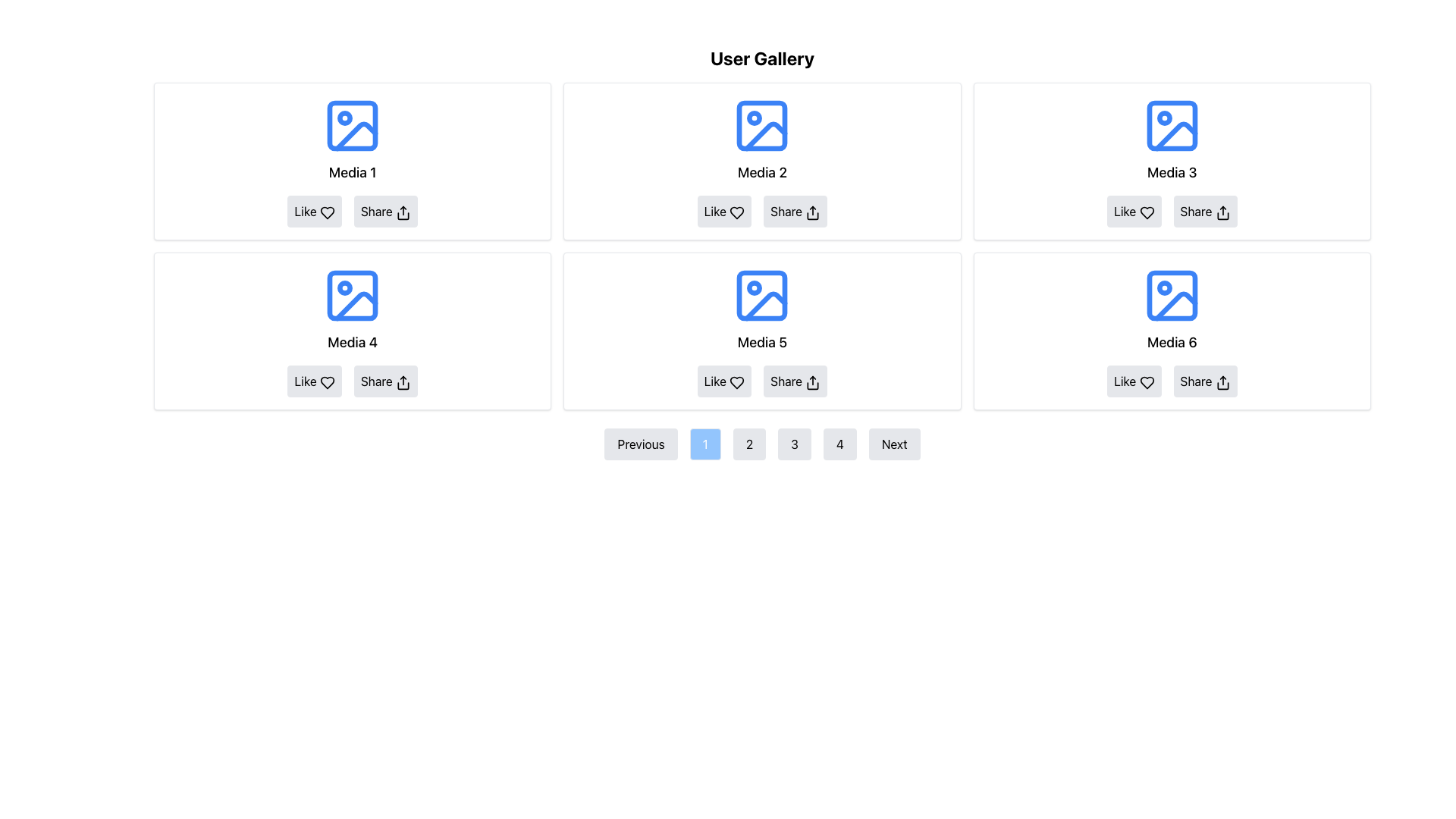 This screenshot has width=1456, height=819. Describe the element at coordinates (344, 288) in the screenshot. I see `the small circular decoration in the SVG graphic located in the fourth content block labeled 'Media 4'` at that location.